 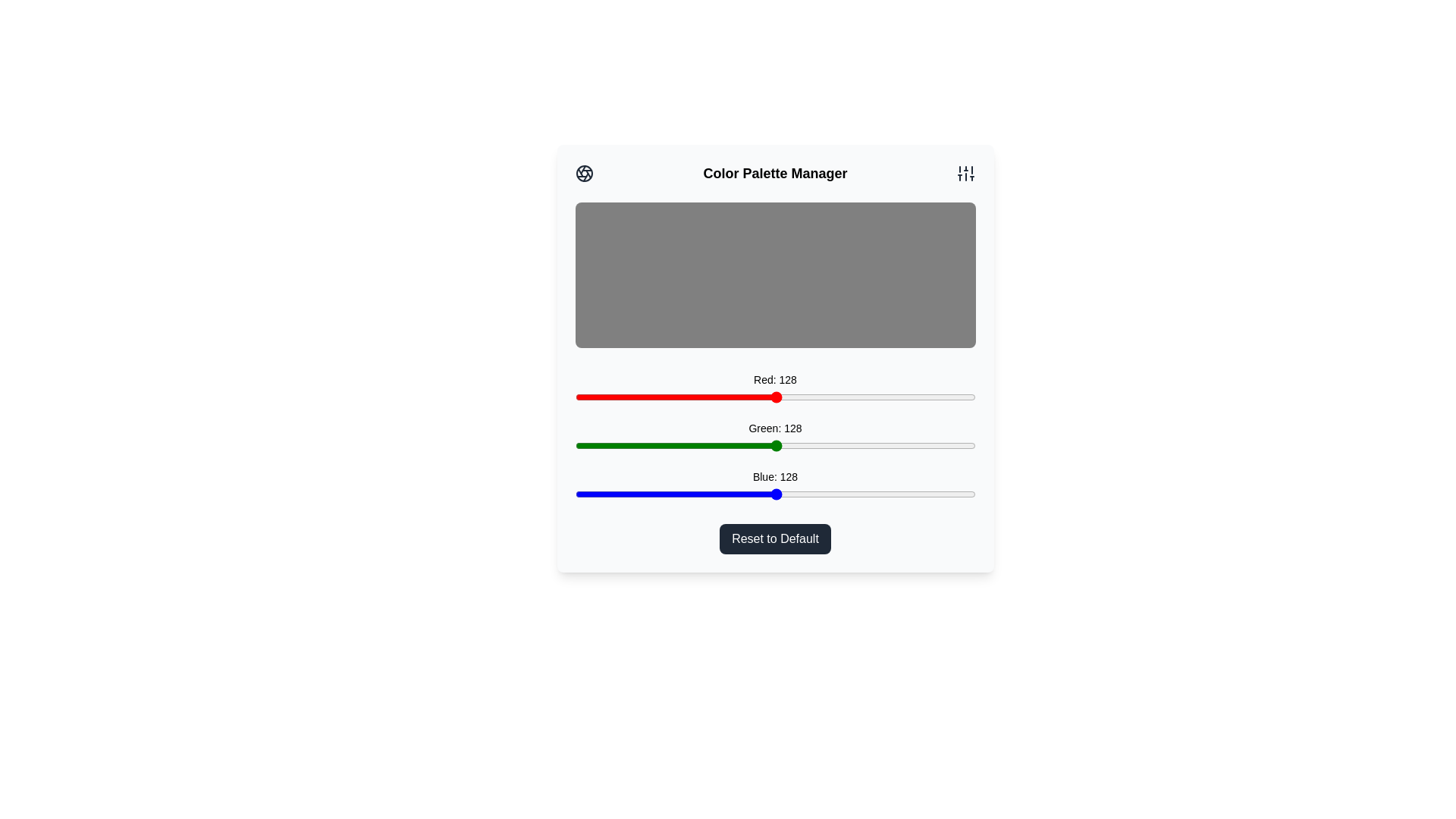 I want to click on the blue slider to set the blue intensity to 213, so click(x=909, y=494).